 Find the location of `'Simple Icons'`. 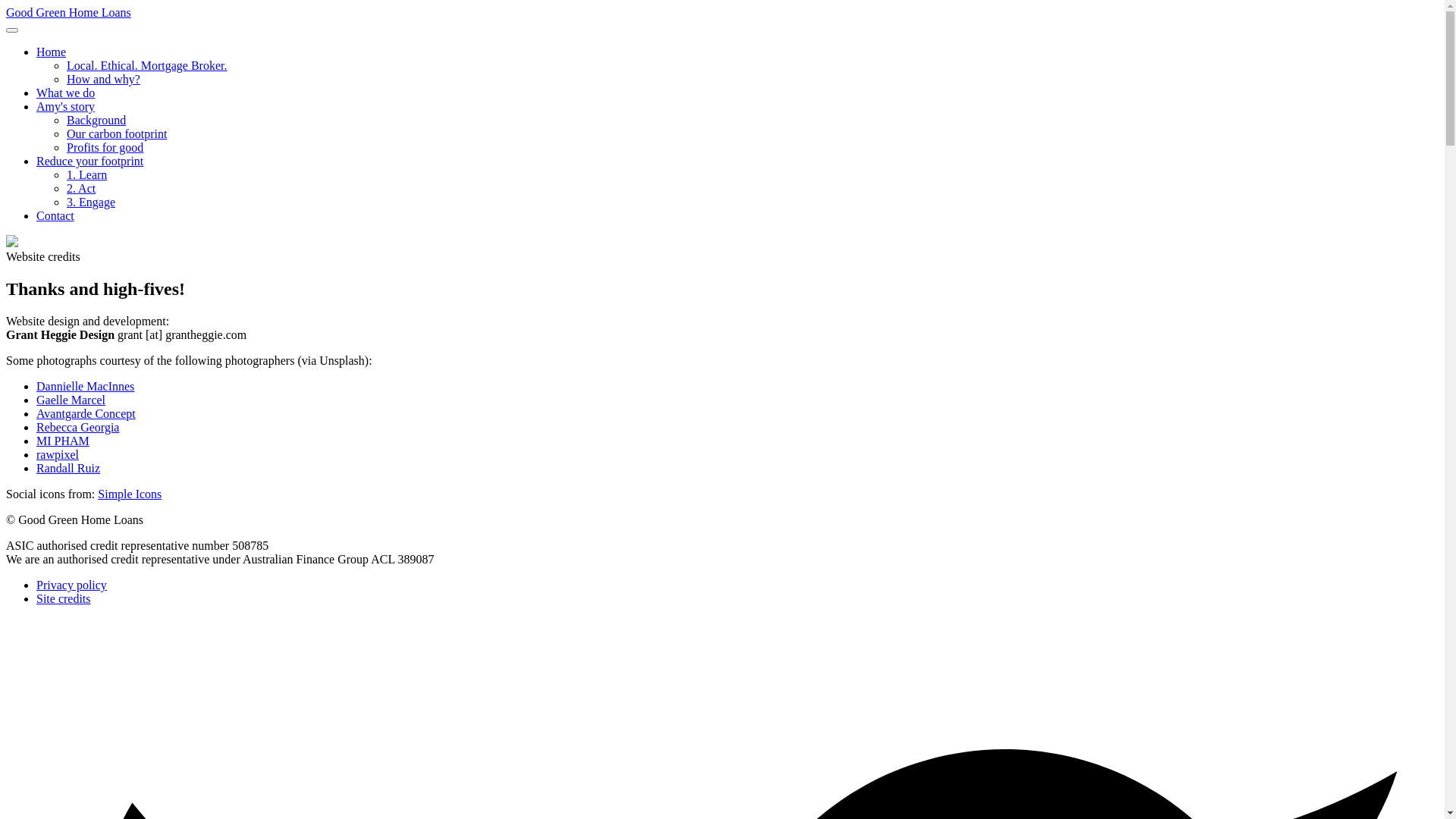

'Simple Icons' is located at coordinates (130, 494).